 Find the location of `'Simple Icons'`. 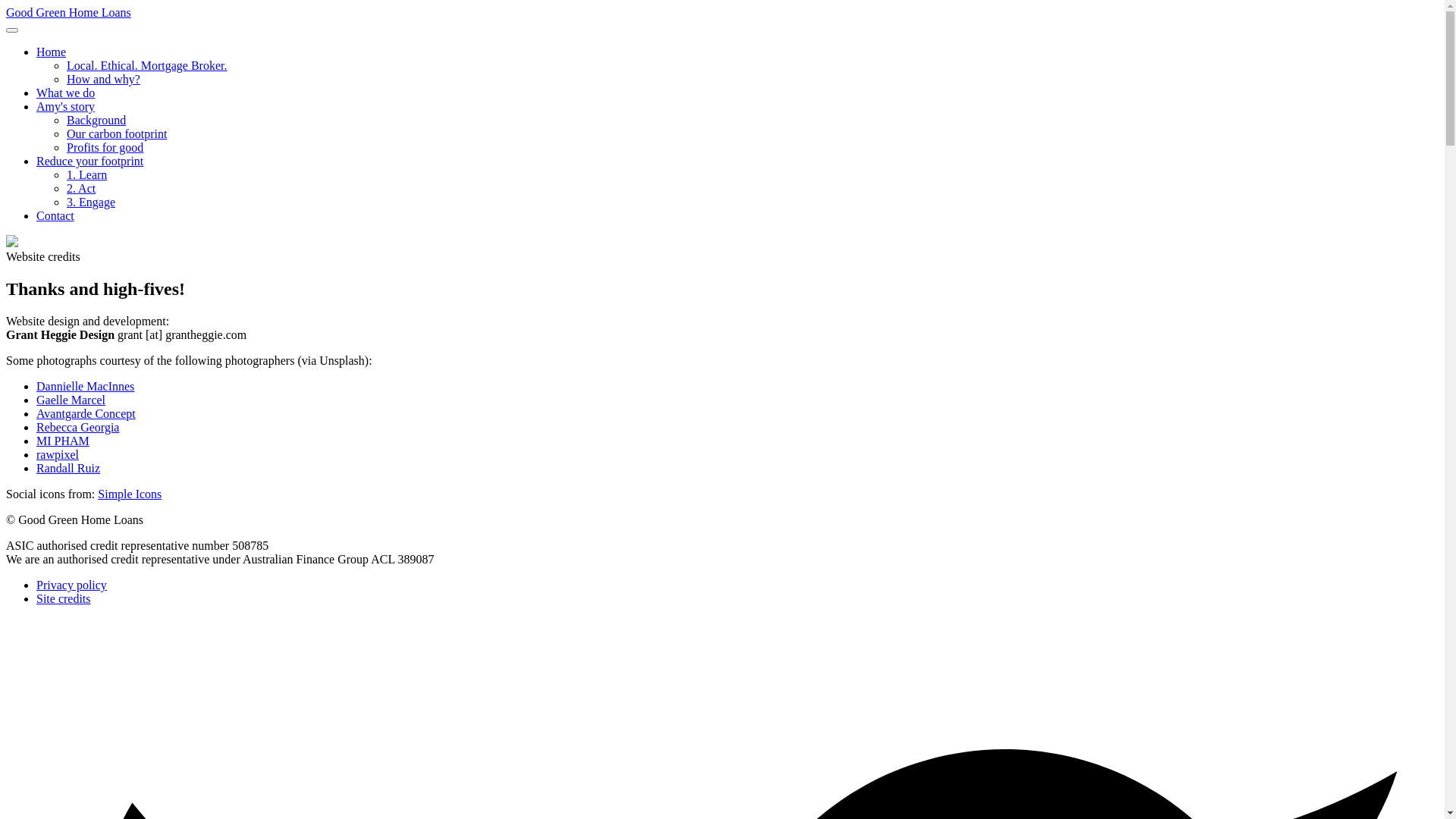

'Simple Icons' is located at coordinates (130, 494).